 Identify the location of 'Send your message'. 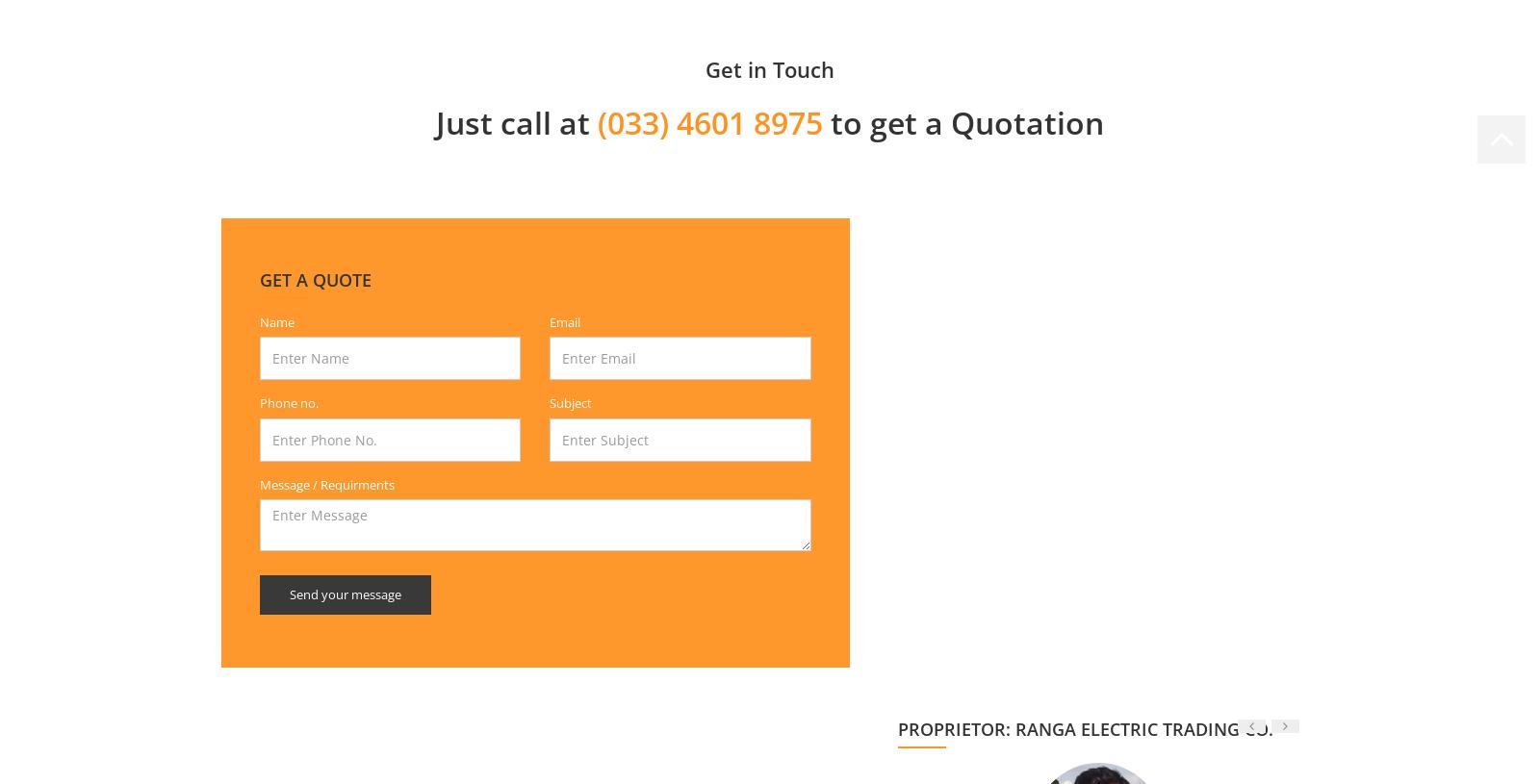
(346, 594).